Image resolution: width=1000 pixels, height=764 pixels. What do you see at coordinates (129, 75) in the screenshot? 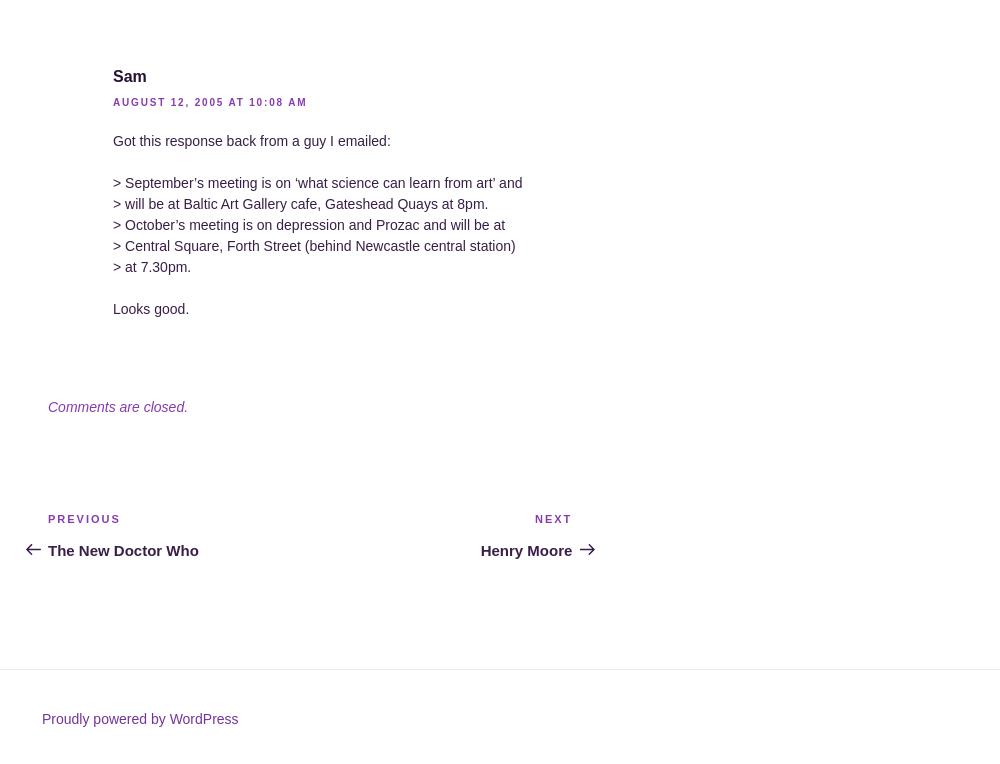
I see `'Sam'` at bounding box center [129, 75].